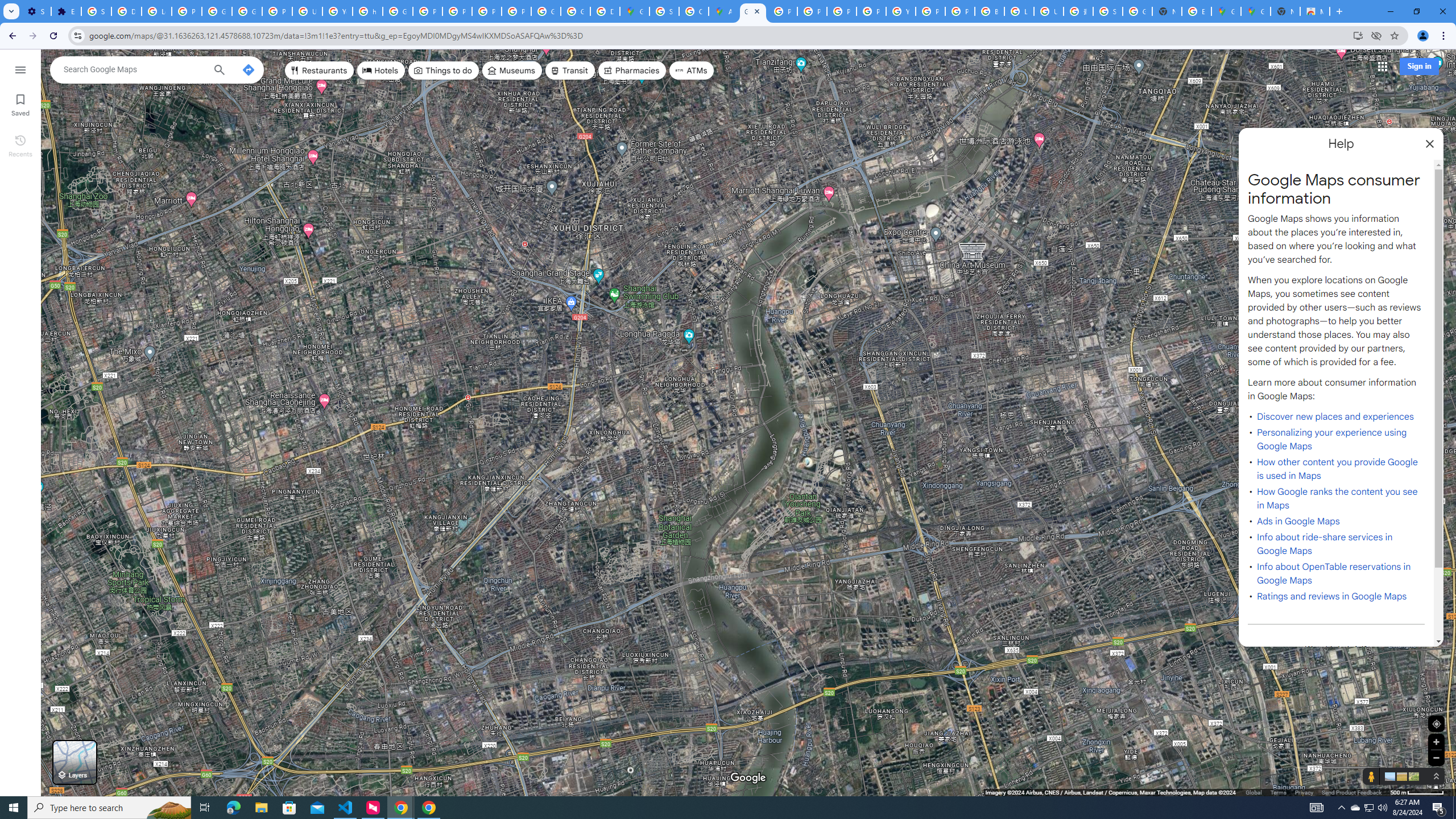 The image size is (1456, 819). I want to click on 'Google Account Help', so click(216, 11).